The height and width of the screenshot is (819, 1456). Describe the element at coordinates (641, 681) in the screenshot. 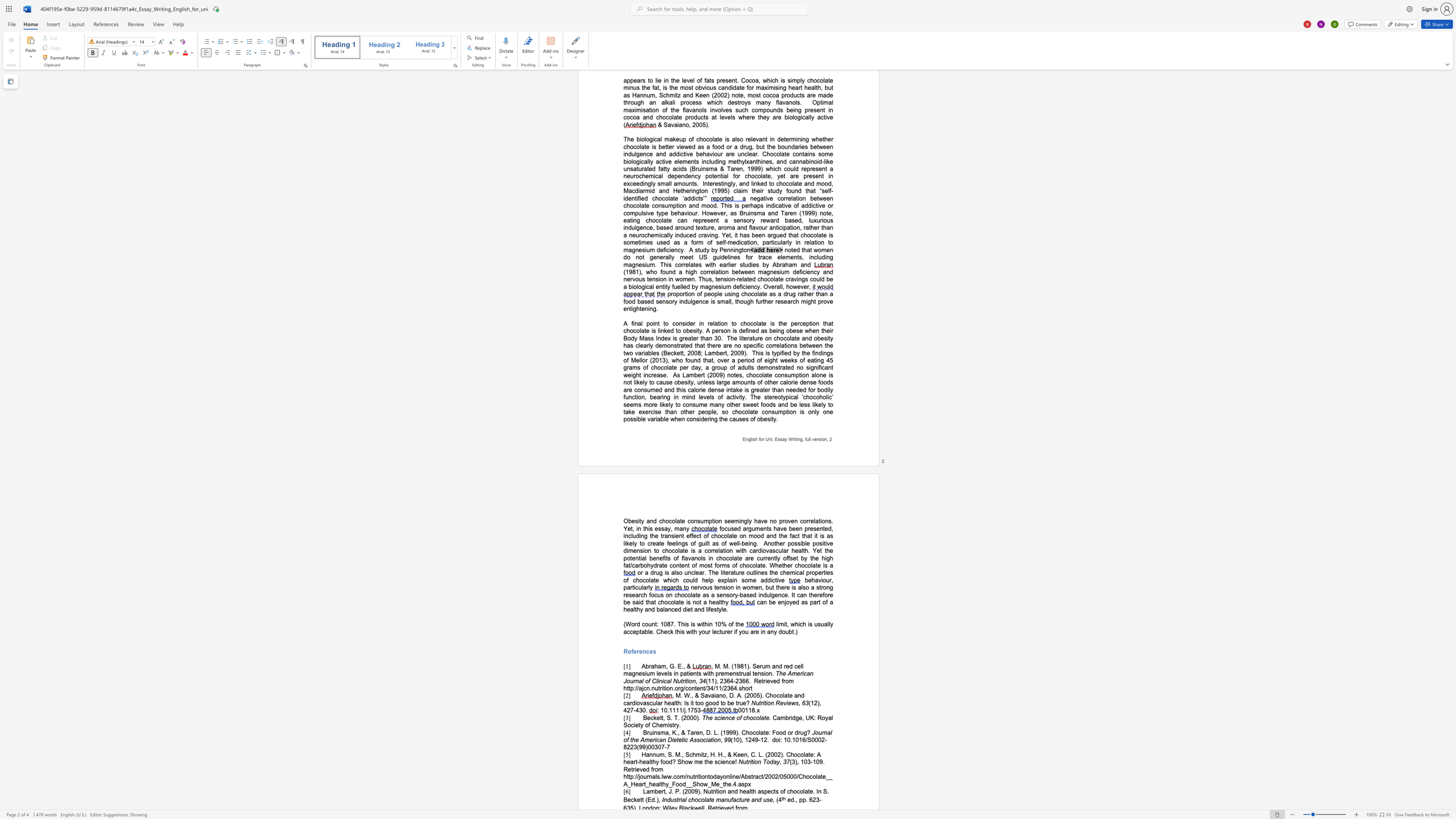

I see `the subset text "l of Clinic" within the text "The American Journal of Clinical Nutrition"` at that location.